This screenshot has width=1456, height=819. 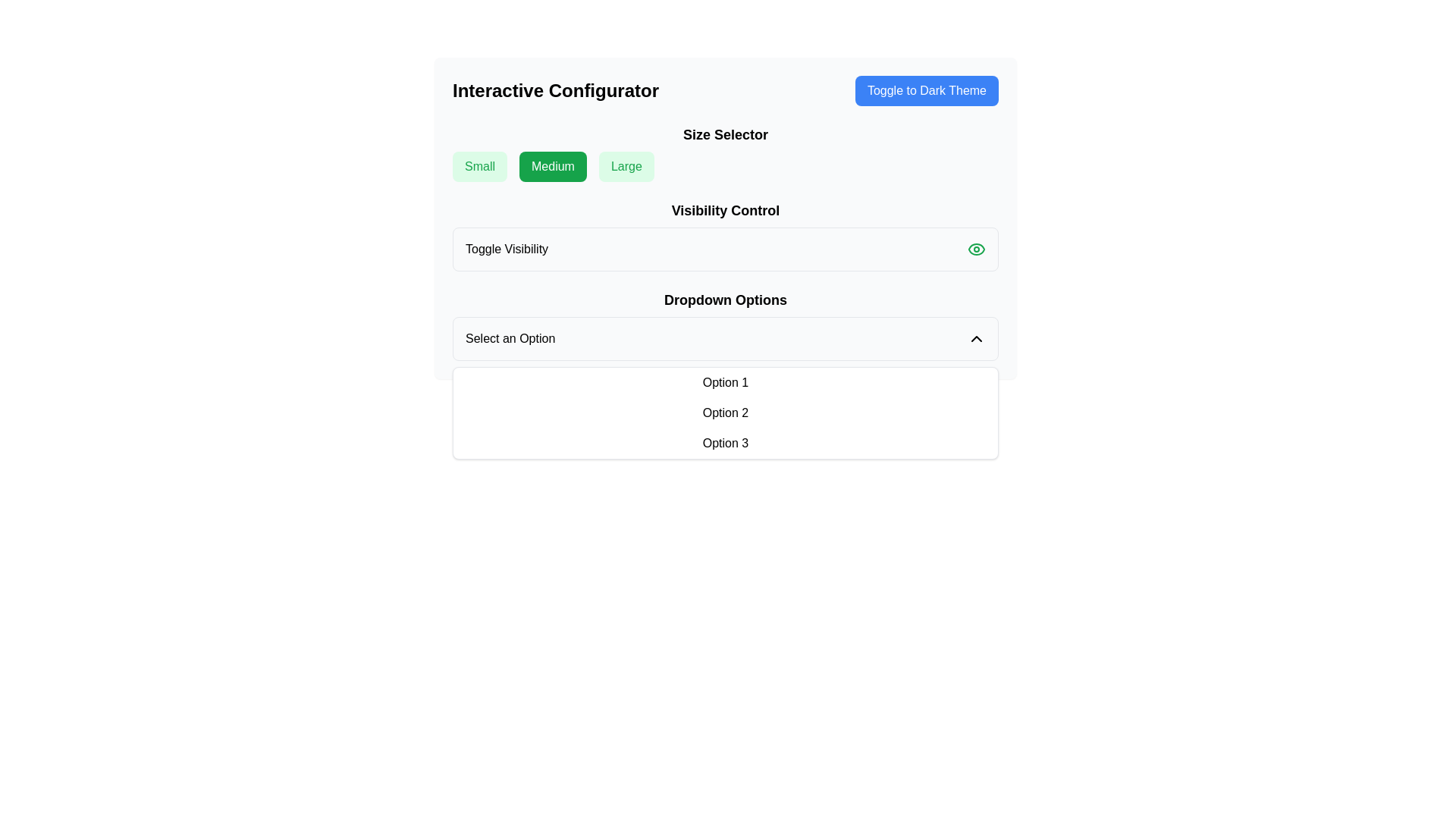 What do you see at coordinates (724, 210) in the screenshot?
I see `the header label indicating visibility settings, located centrally above the 'Toggle Visibility' element and below the 'Size Selector' section` at bounding box center [724, 210].